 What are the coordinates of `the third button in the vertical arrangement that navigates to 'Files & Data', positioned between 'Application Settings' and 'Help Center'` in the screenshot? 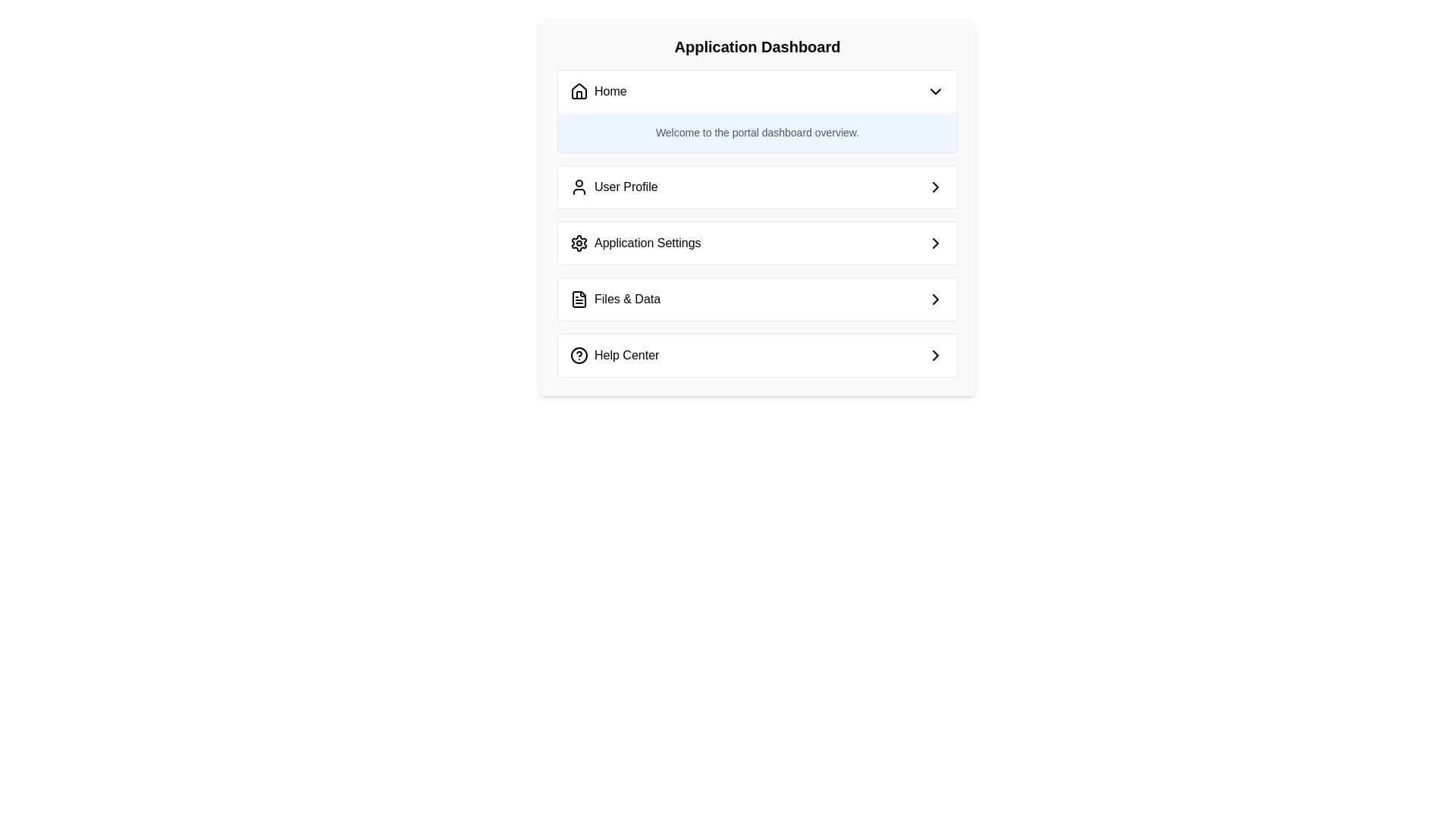 It's located at (757, 299).